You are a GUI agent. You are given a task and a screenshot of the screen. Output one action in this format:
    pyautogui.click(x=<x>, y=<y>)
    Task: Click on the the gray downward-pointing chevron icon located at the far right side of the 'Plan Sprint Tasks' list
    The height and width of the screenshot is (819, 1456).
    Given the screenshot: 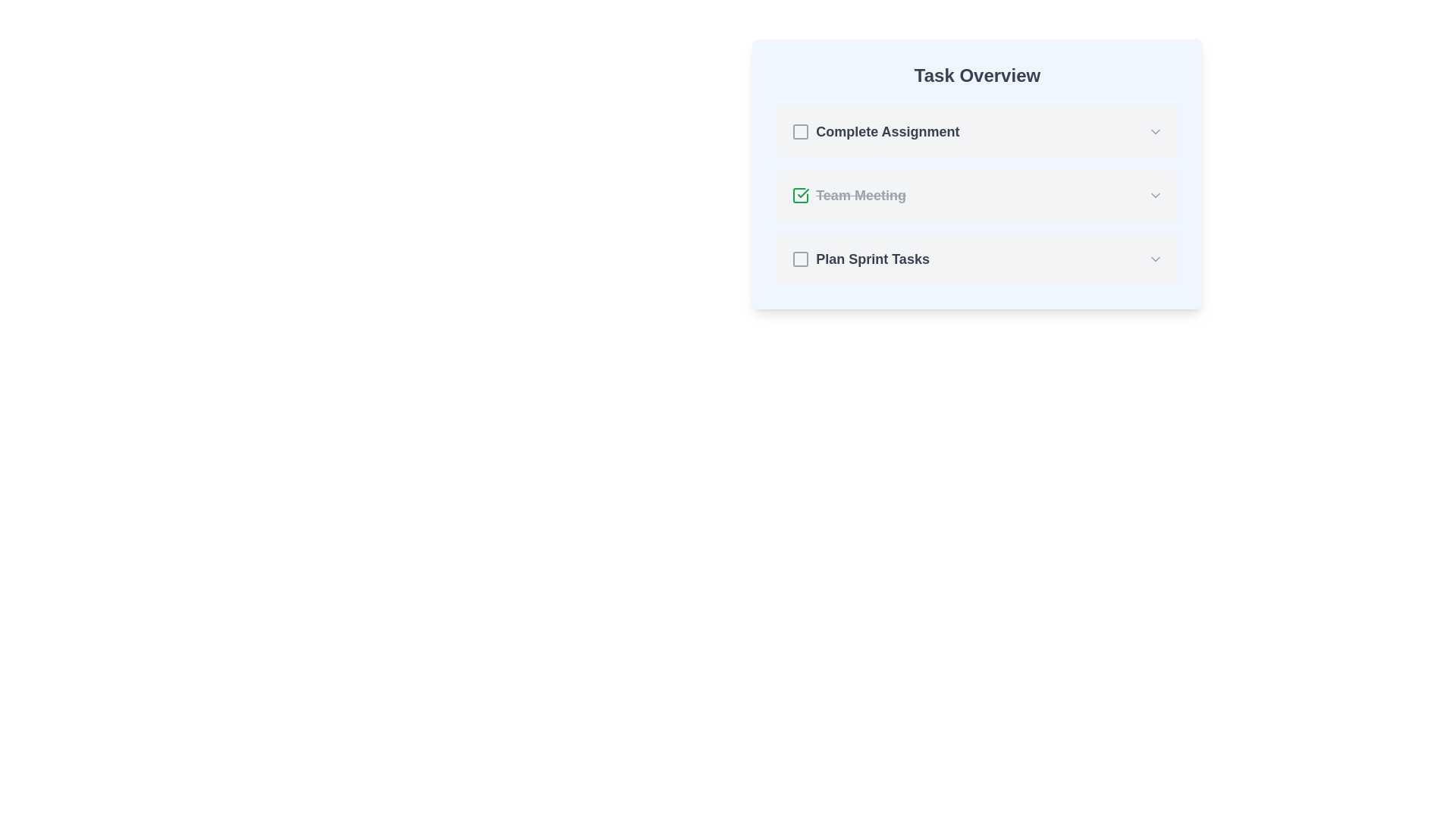 What is the action you would take?
    pyautogui.click(x=1154, y=259)
    